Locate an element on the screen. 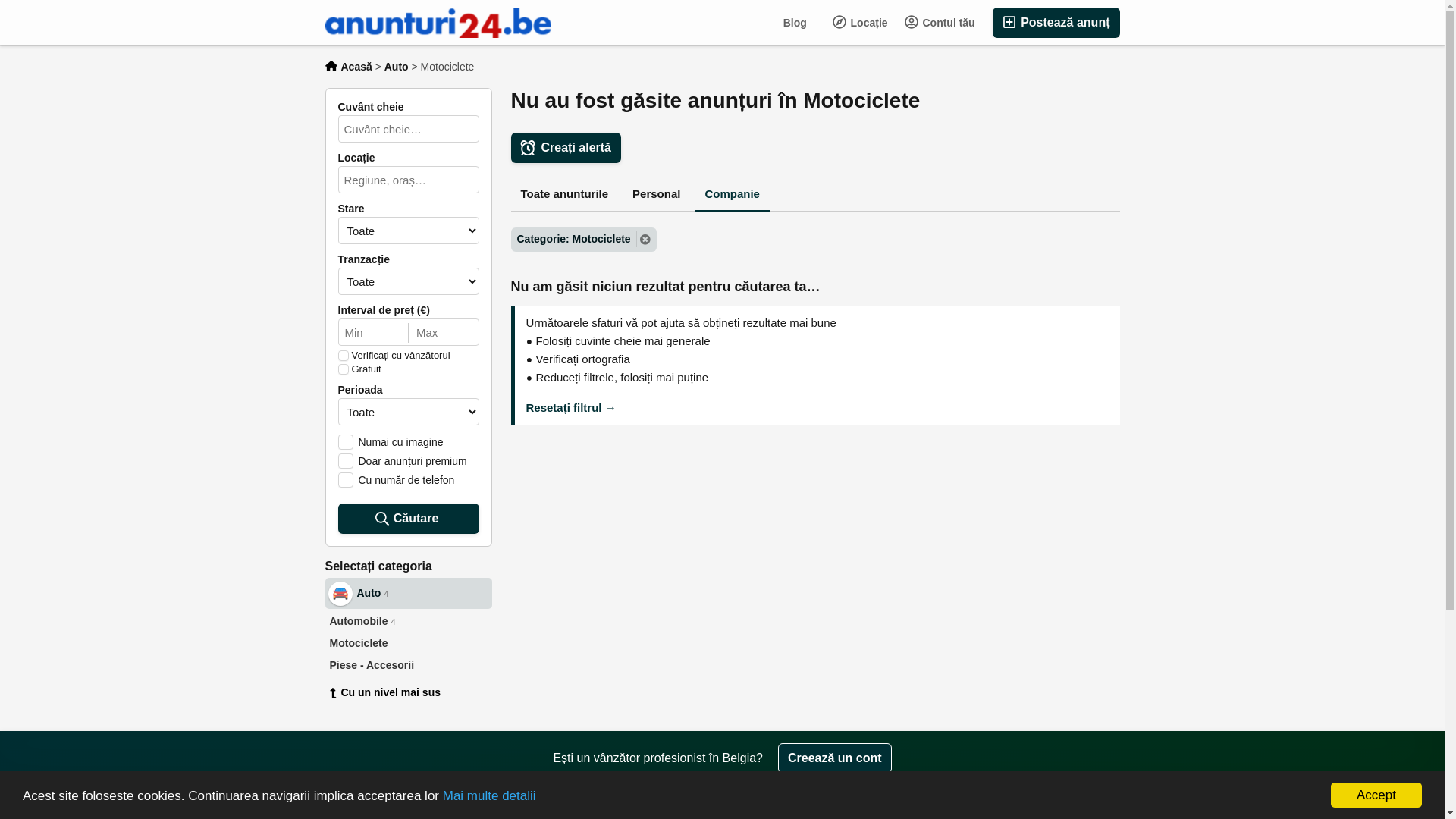  'Blog' is located at coordinates (794, 23).